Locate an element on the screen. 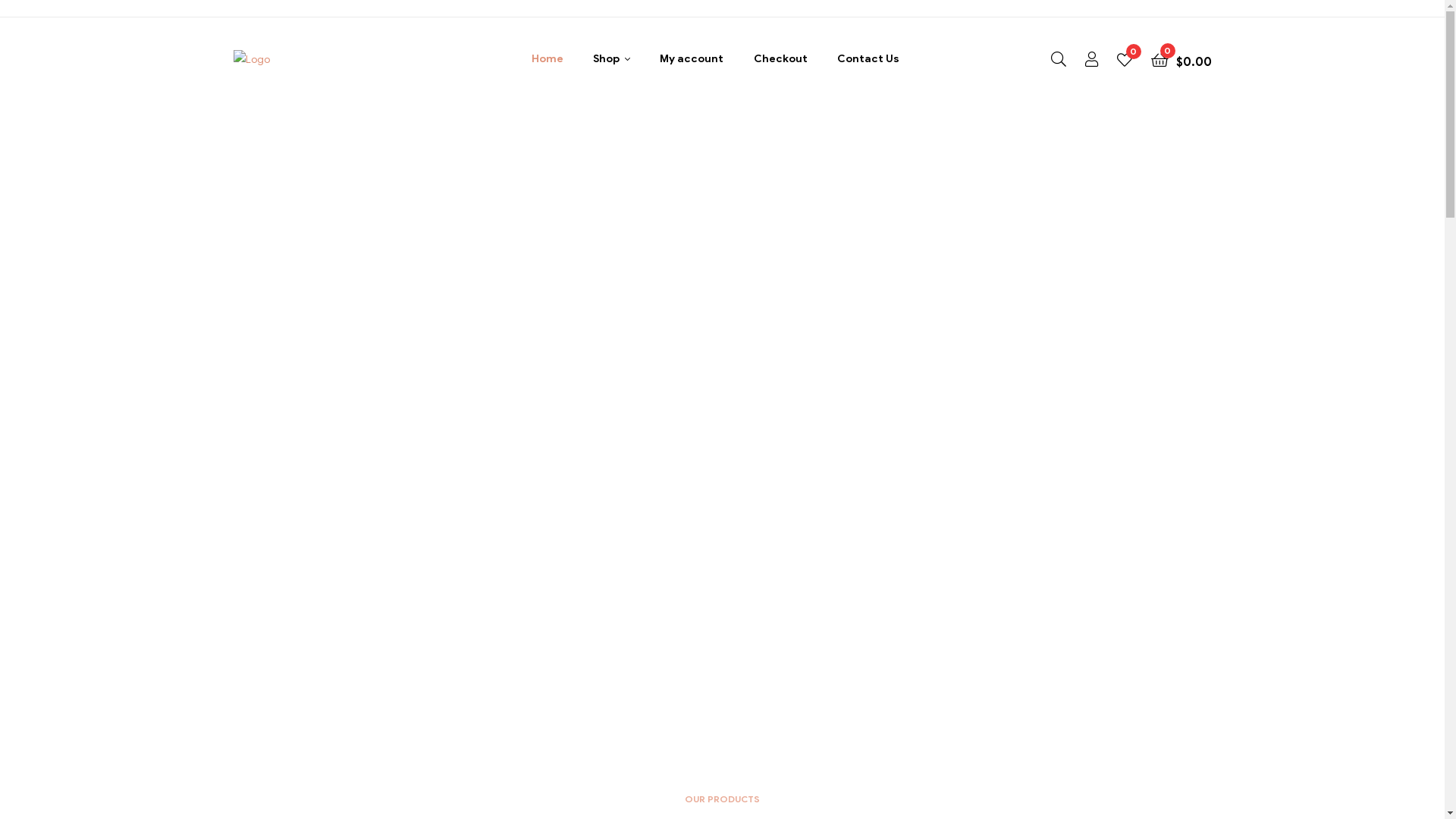 The height and width of the screenshot is (819, 1456). '0 is located at coordinates (1150, 58).